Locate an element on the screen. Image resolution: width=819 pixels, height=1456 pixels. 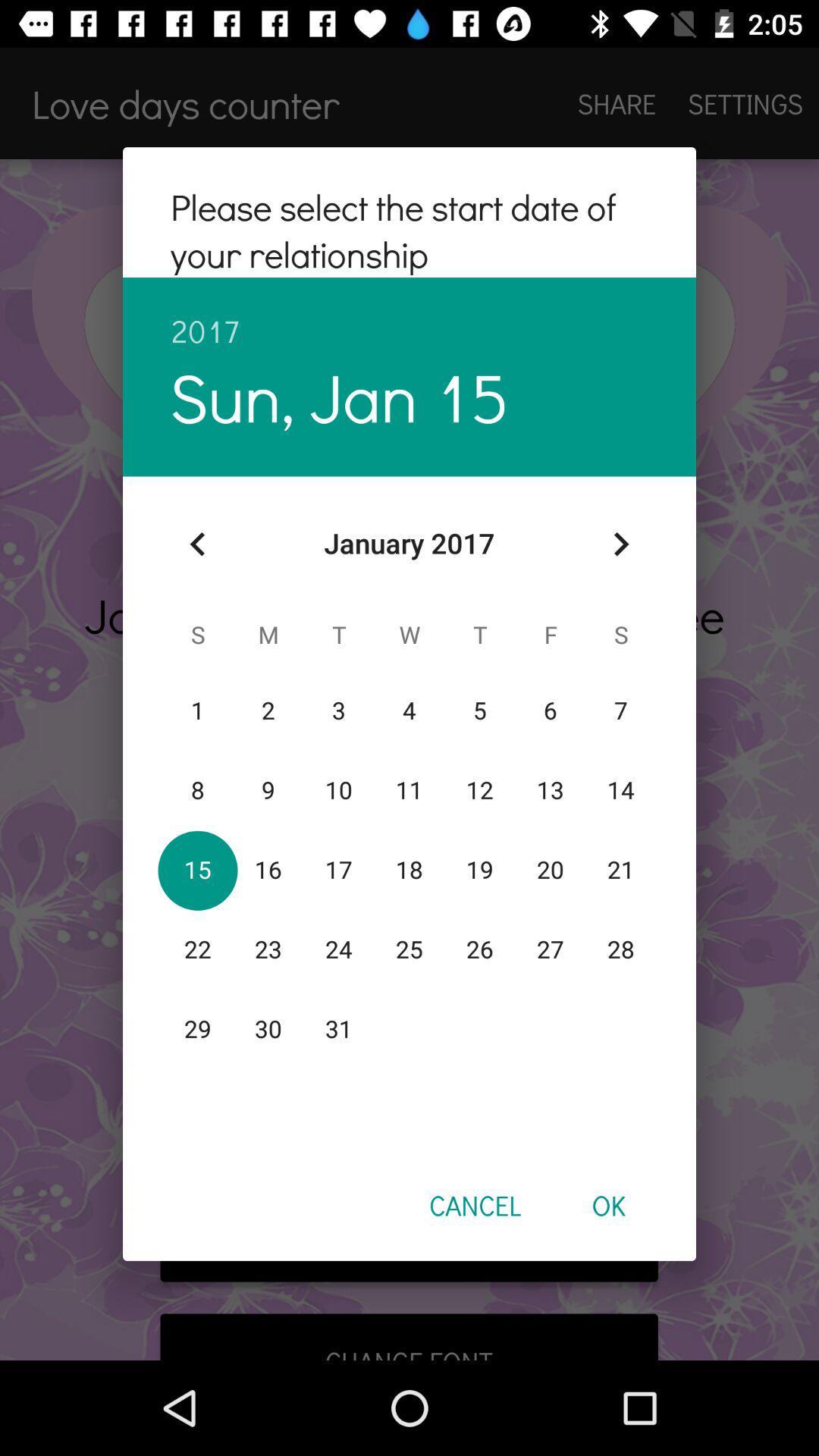
icon to the right of cancel icon is located at coordinates (607, 1204).